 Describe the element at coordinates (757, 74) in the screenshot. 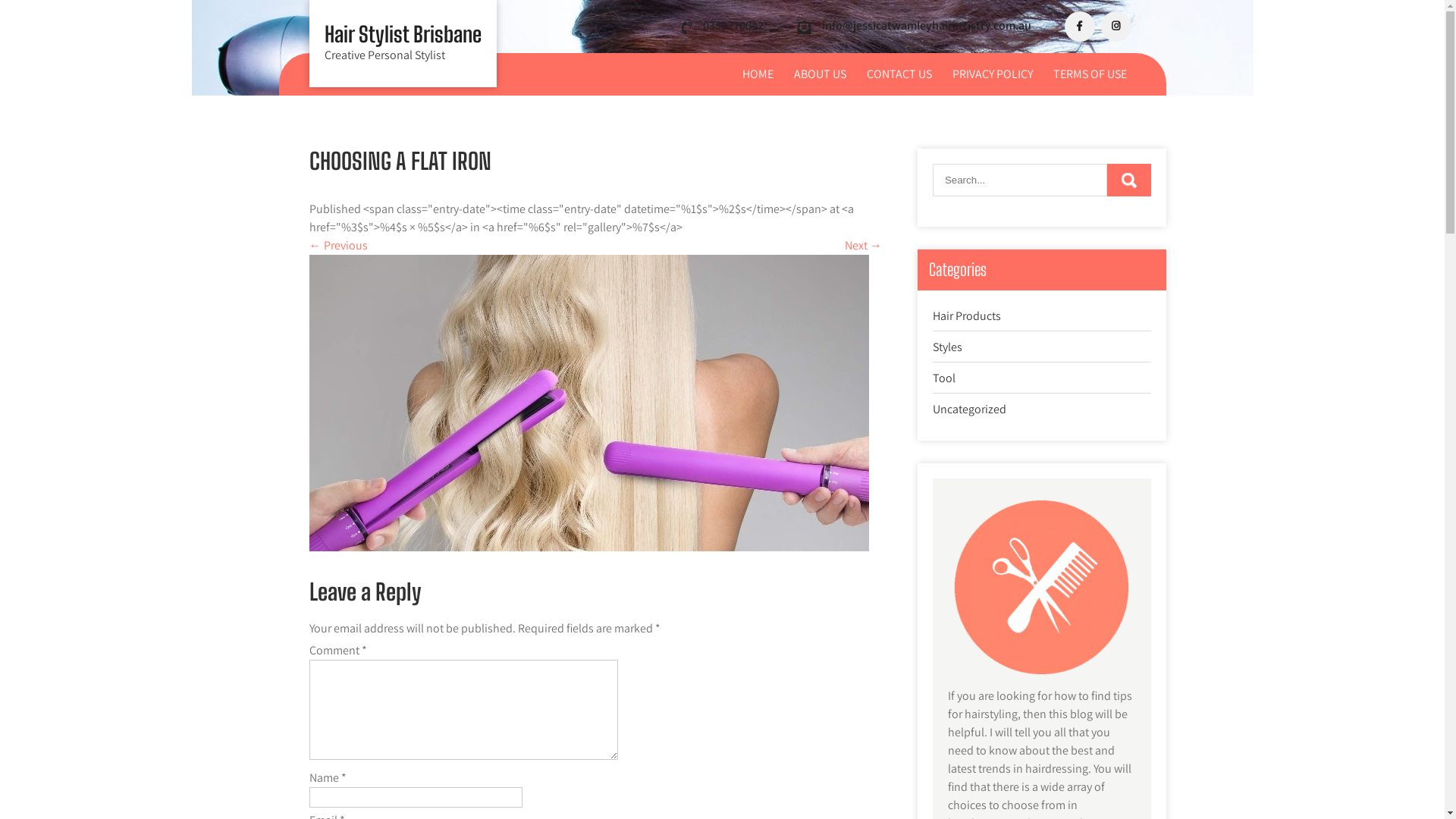

I see `'HOME'` at that location.